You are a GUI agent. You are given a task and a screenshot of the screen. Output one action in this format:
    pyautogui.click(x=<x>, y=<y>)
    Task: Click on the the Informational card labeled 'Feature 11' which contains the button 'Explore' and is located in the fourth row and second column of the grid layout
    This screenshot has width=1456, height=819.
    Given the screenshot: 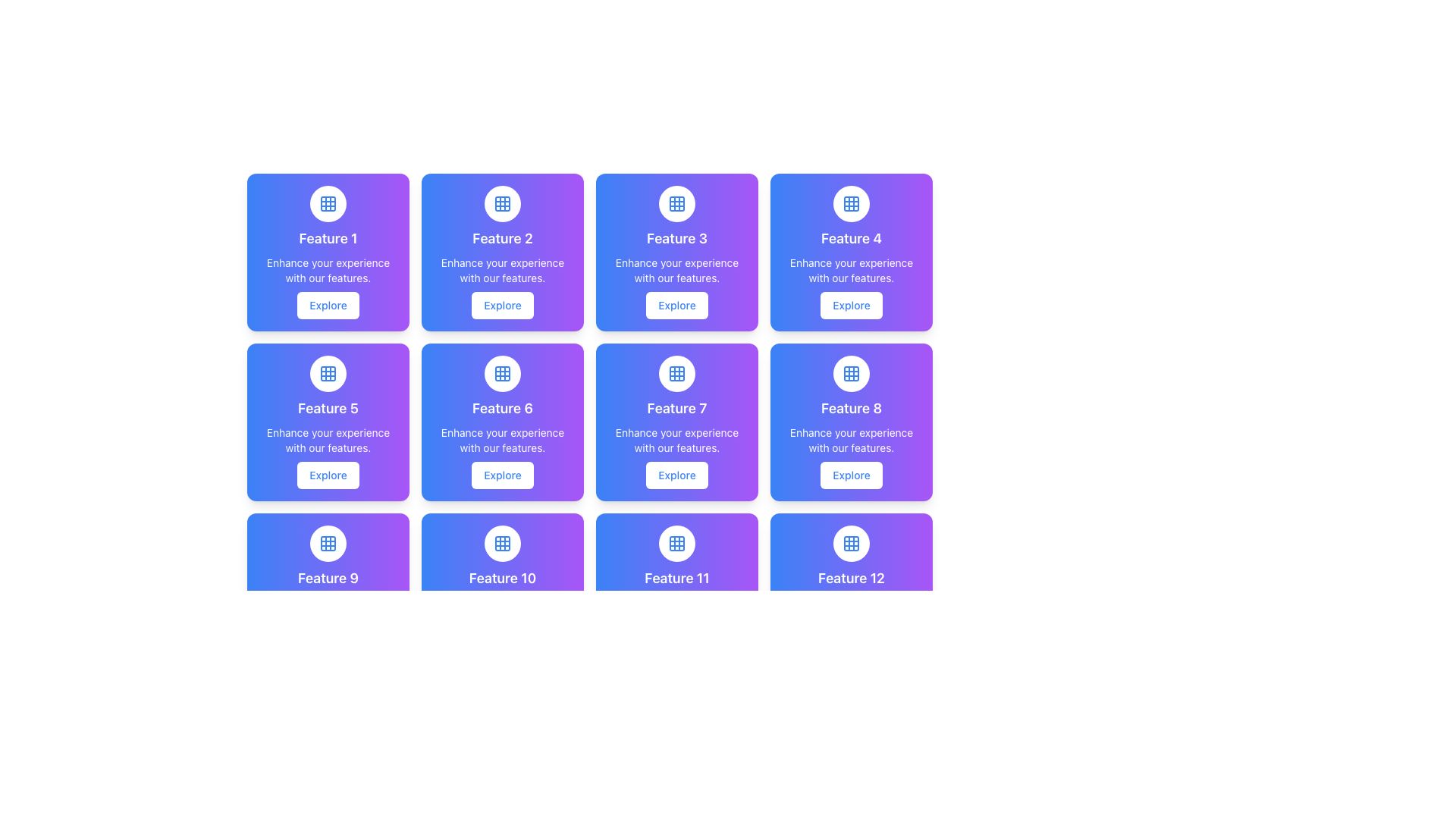 What is the action you would take?
    pyautogui.click(x=676, y=591)
    